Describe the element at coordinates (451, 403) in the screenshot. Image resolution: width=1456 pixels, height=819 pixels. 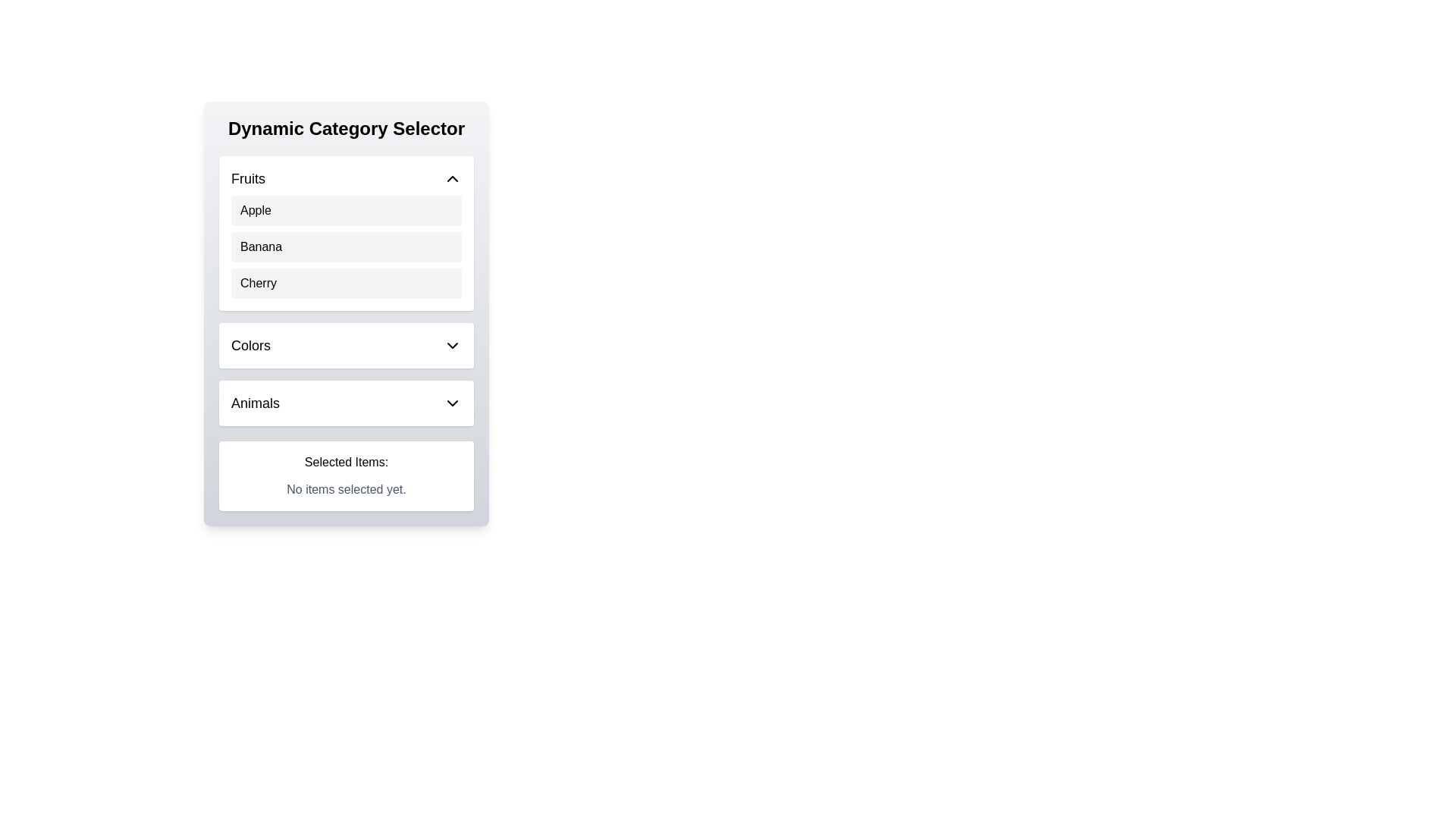
I see `the downward-facing chevron icon next to the 'Animals' label` at that location.